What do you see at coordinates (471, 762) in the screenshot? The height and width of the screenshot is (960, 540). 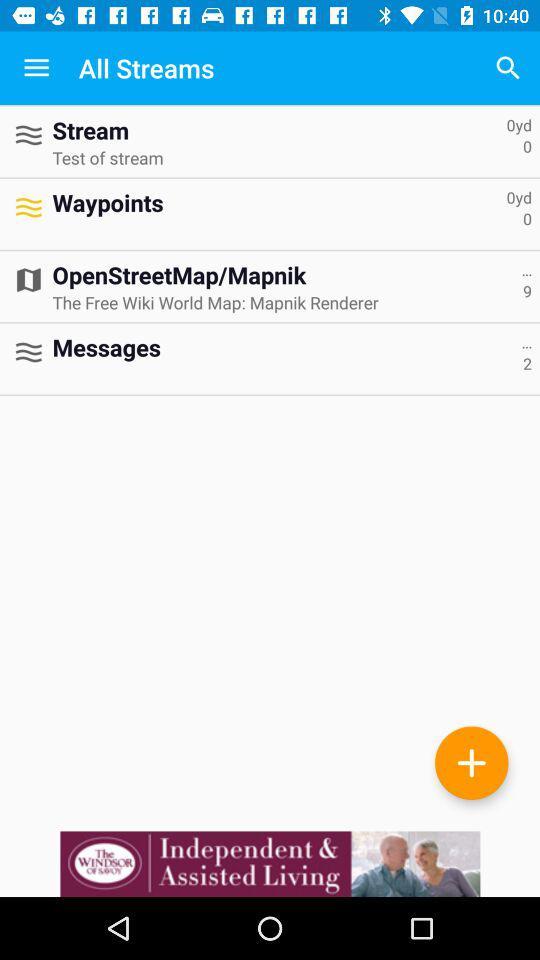 I see `more options` at bounding box center [471, 762].